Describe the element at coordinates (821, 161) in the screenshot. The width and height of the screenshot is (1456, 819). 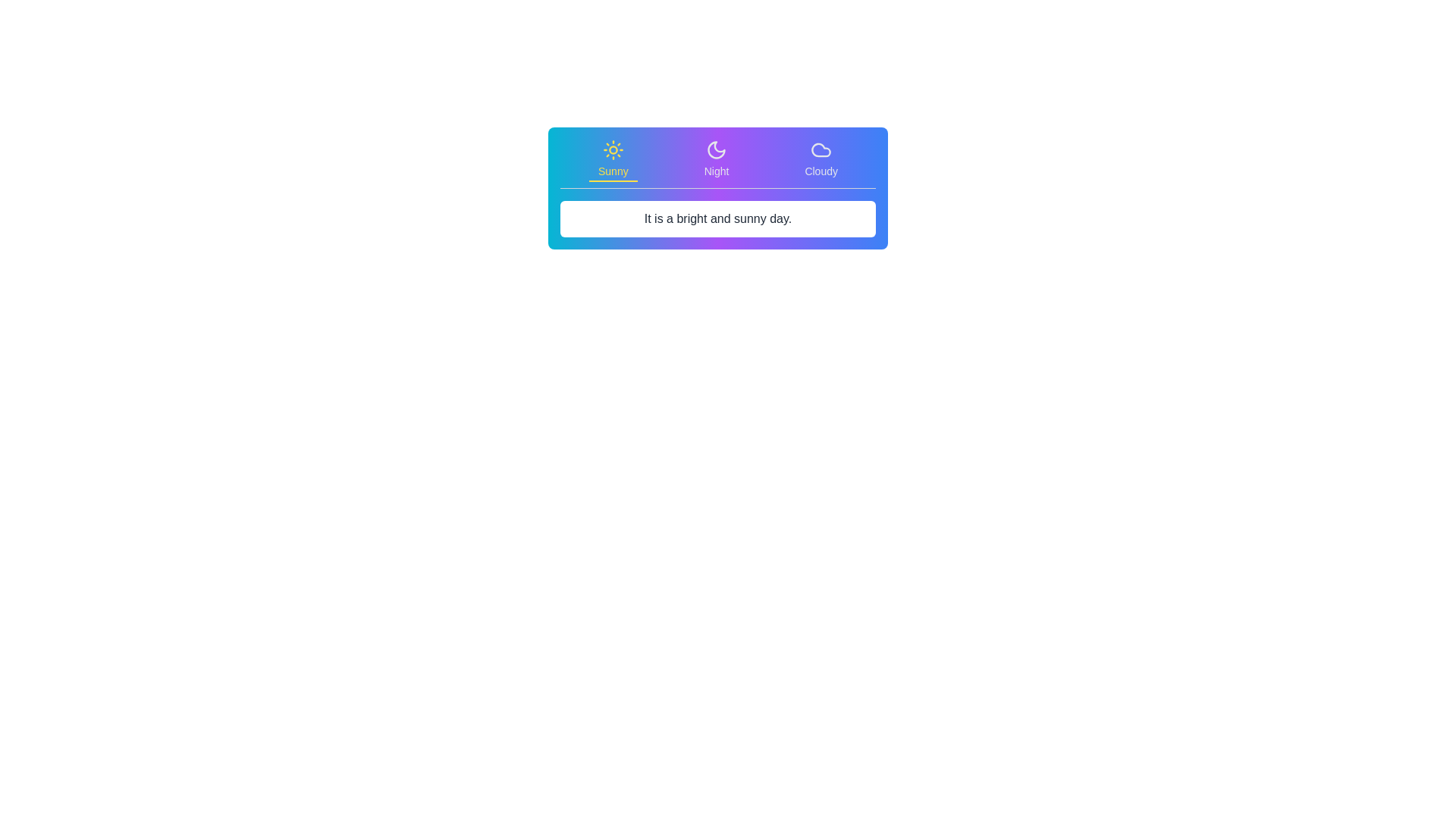
I see `the 'Cloudy' button located at the rightmost position in the group of weather state buttons` at that location.